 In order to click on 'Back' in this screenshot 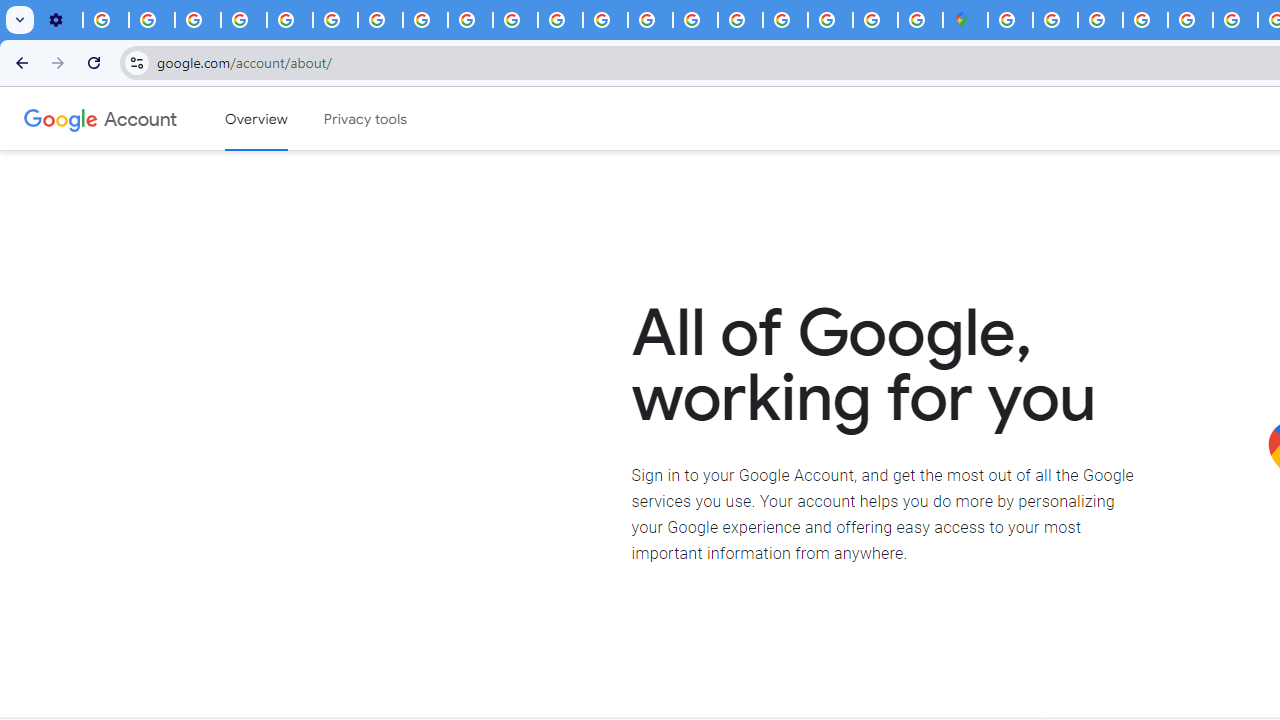, I will do `click(19, 61)`.